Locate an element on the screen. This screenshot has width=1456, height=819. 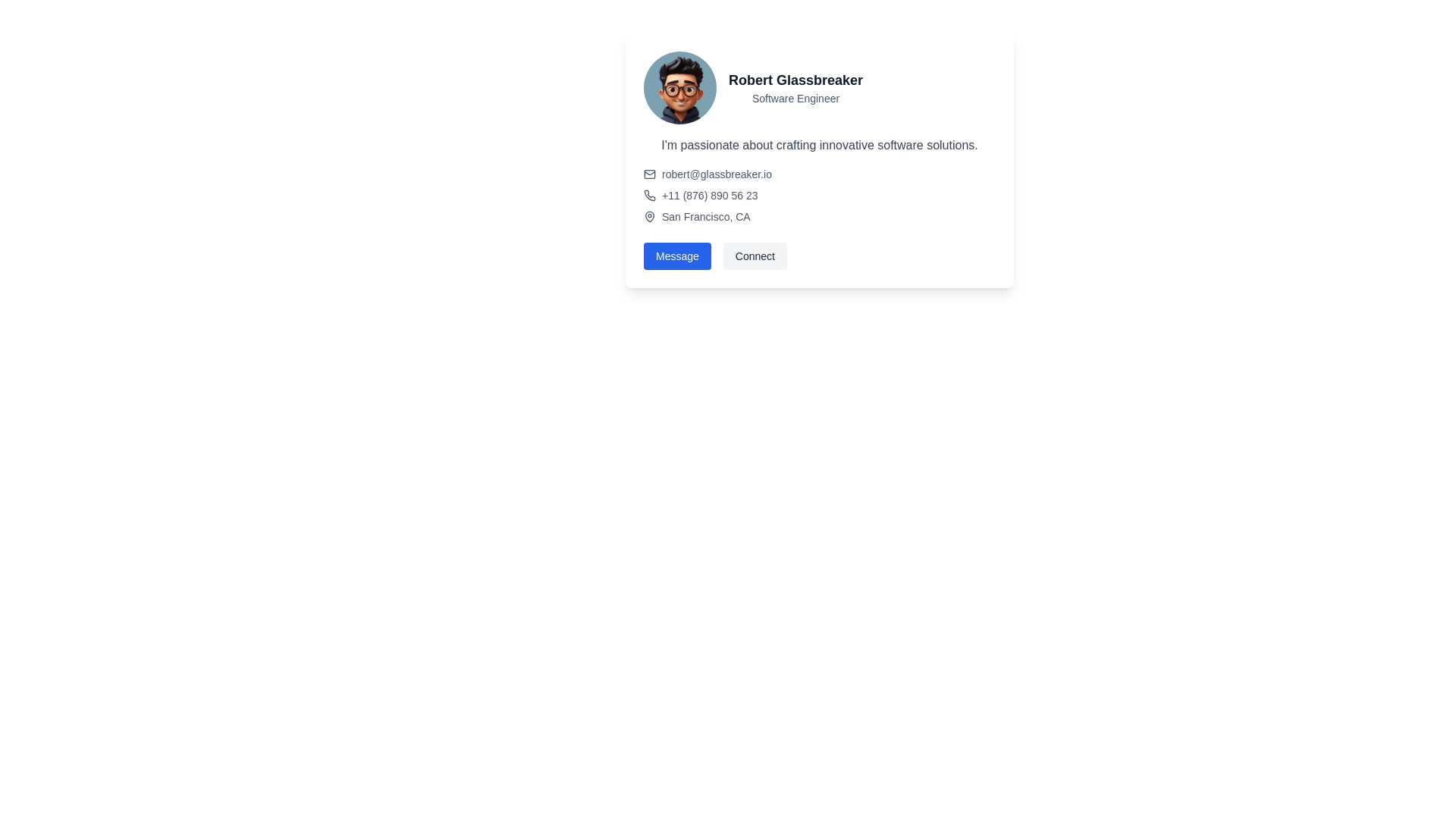
the professional tagline text element located below the 'Robert Glassbreaker' title and 'Software Engineer' subtitle, and above the contact details section is located at coordinates (818, 146).